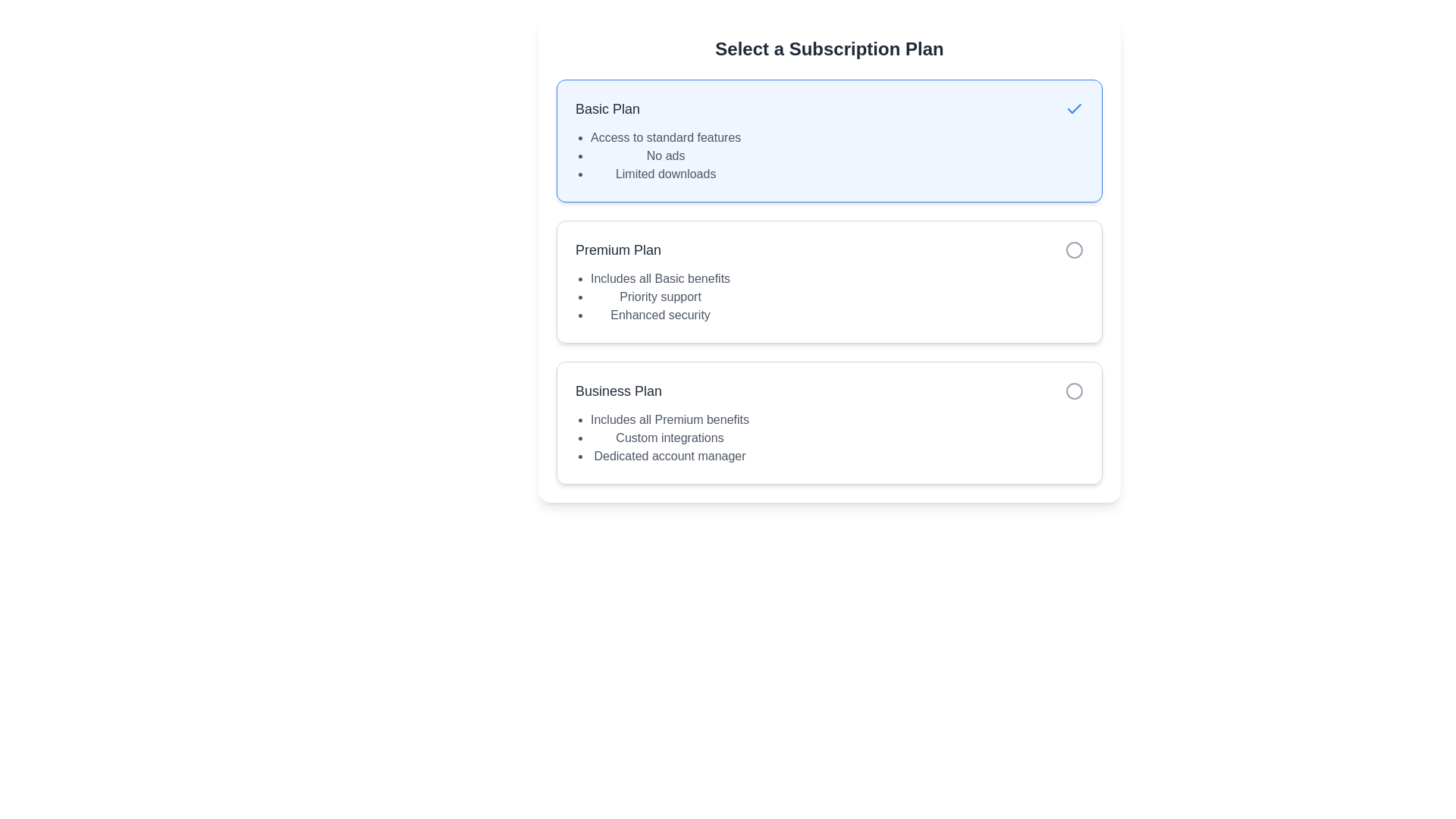 This screenshot has width=1456, height=819. What do you see at coordinates (1073, 249) in the screenshot?
I see `the circular element located to the right of the 'Premium Plan' label in the subscription selection interface, which has a gray outline and no fill` at bounding box center [1073, 249].